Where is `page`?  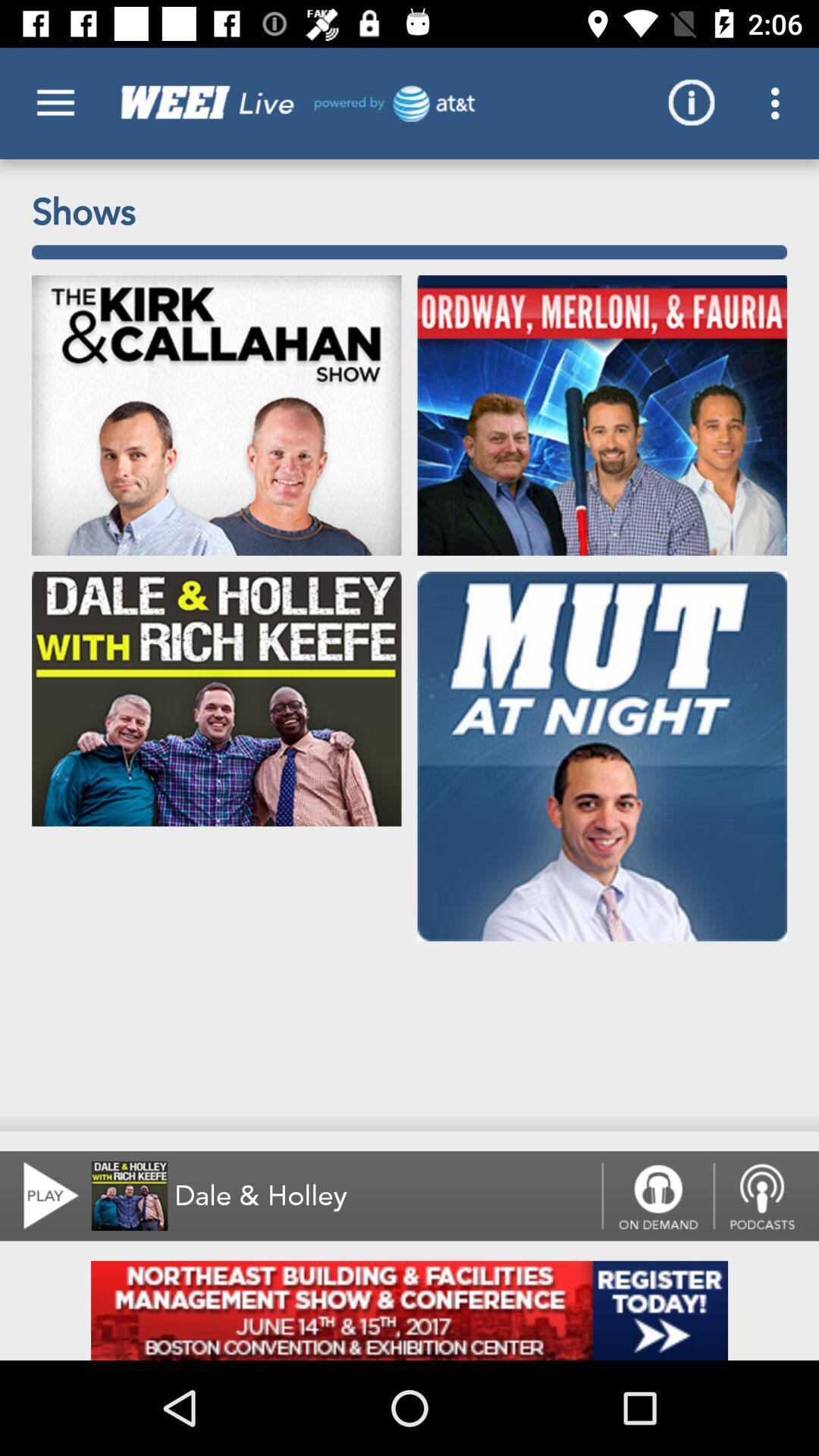 page is located at coordinates (409, 1310).